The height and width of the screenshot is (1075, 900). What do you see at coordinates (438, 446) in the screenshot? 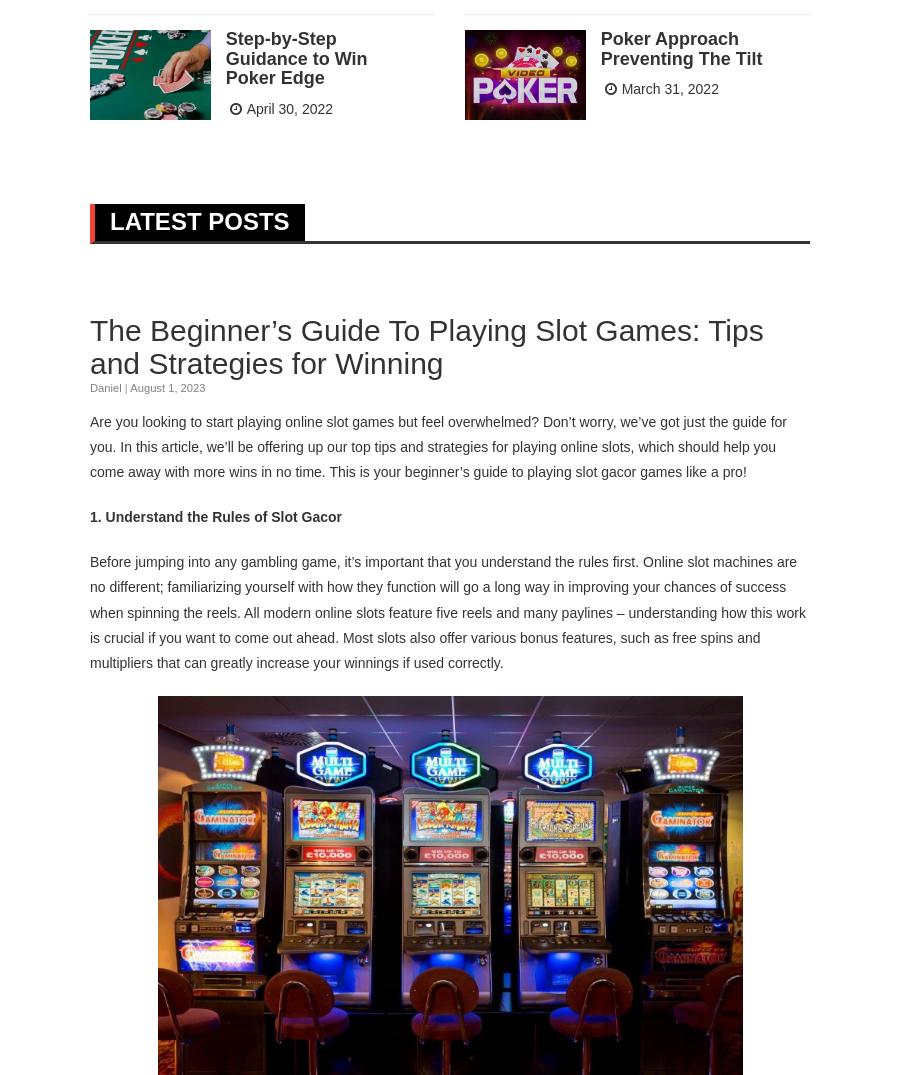
I see `'Are you looking to start playing online slot games but feel overwhelmed? Don’t worry, we’ve got just the guide for you. In this article, we’ll be offering up our top tips and strategies for playing online slots, which should help you come away with more wins in no time. This is your beginner’s guide to playing'` at bounding box center [438, 446].